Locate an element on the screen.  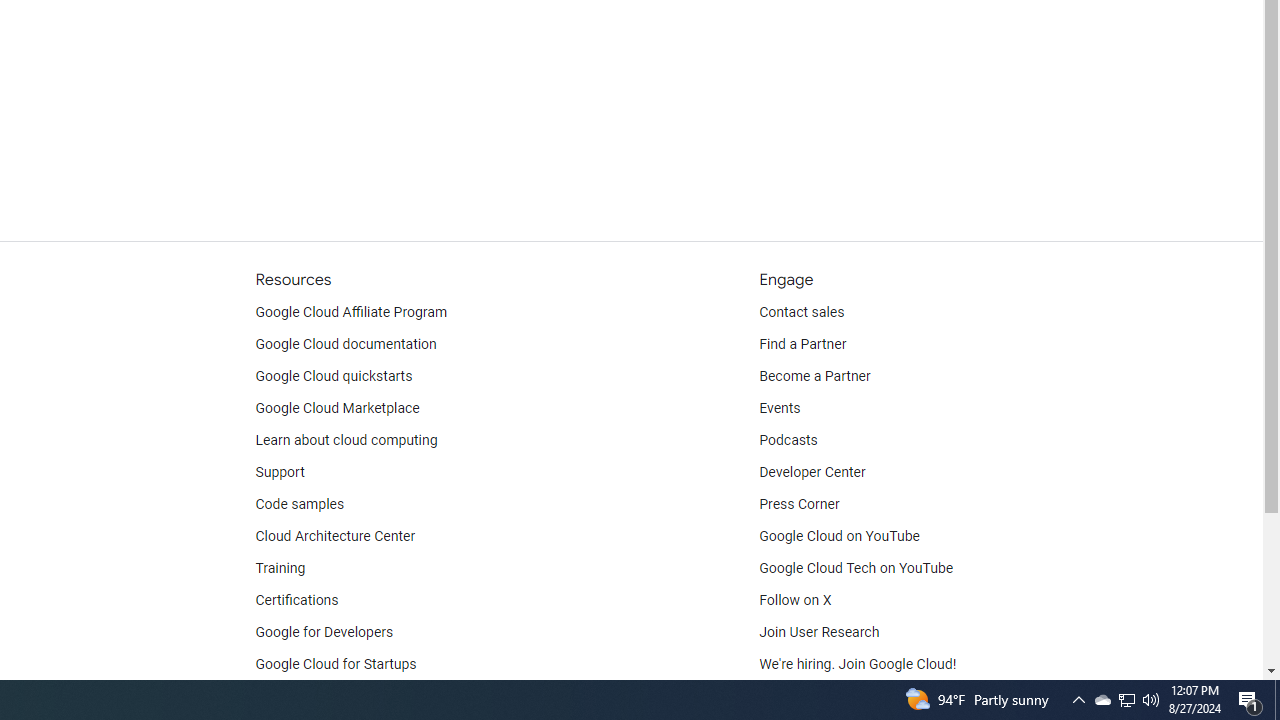
'Google Cloud documentation' is located at coordinates (345, 343).